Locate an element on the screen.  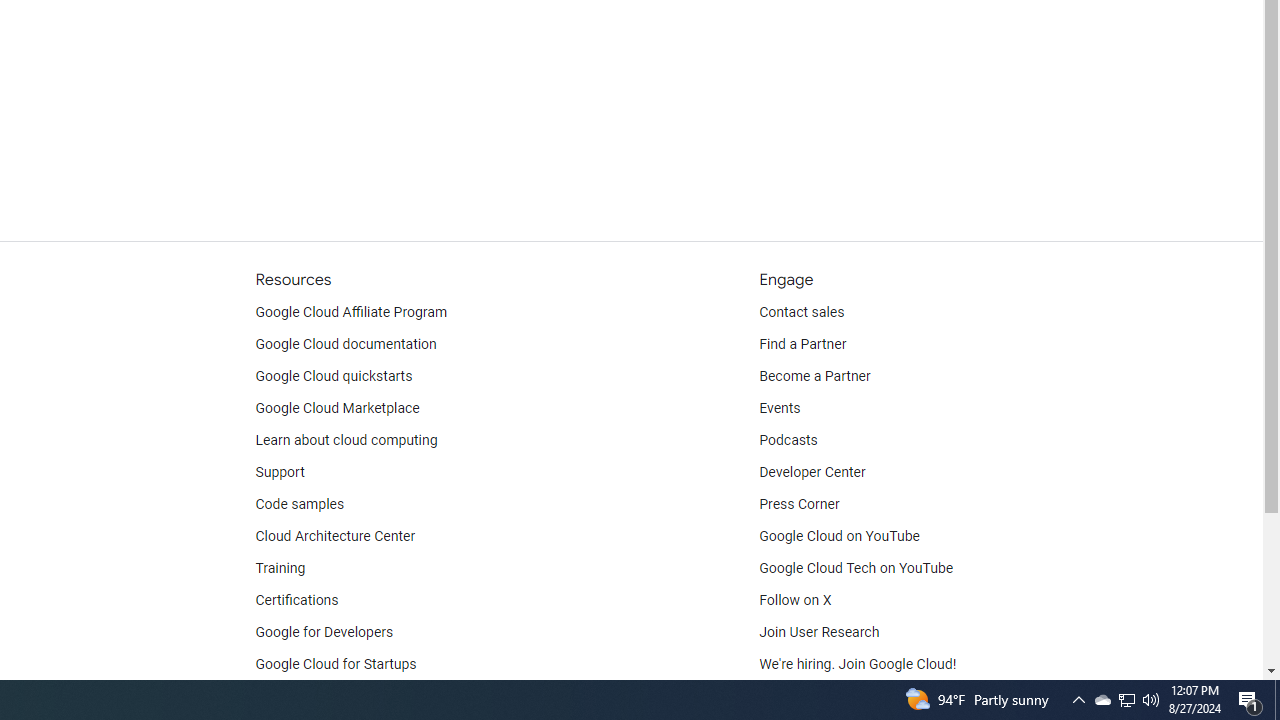
'Google Cloud documentation' is located at coordinates (345, 343).